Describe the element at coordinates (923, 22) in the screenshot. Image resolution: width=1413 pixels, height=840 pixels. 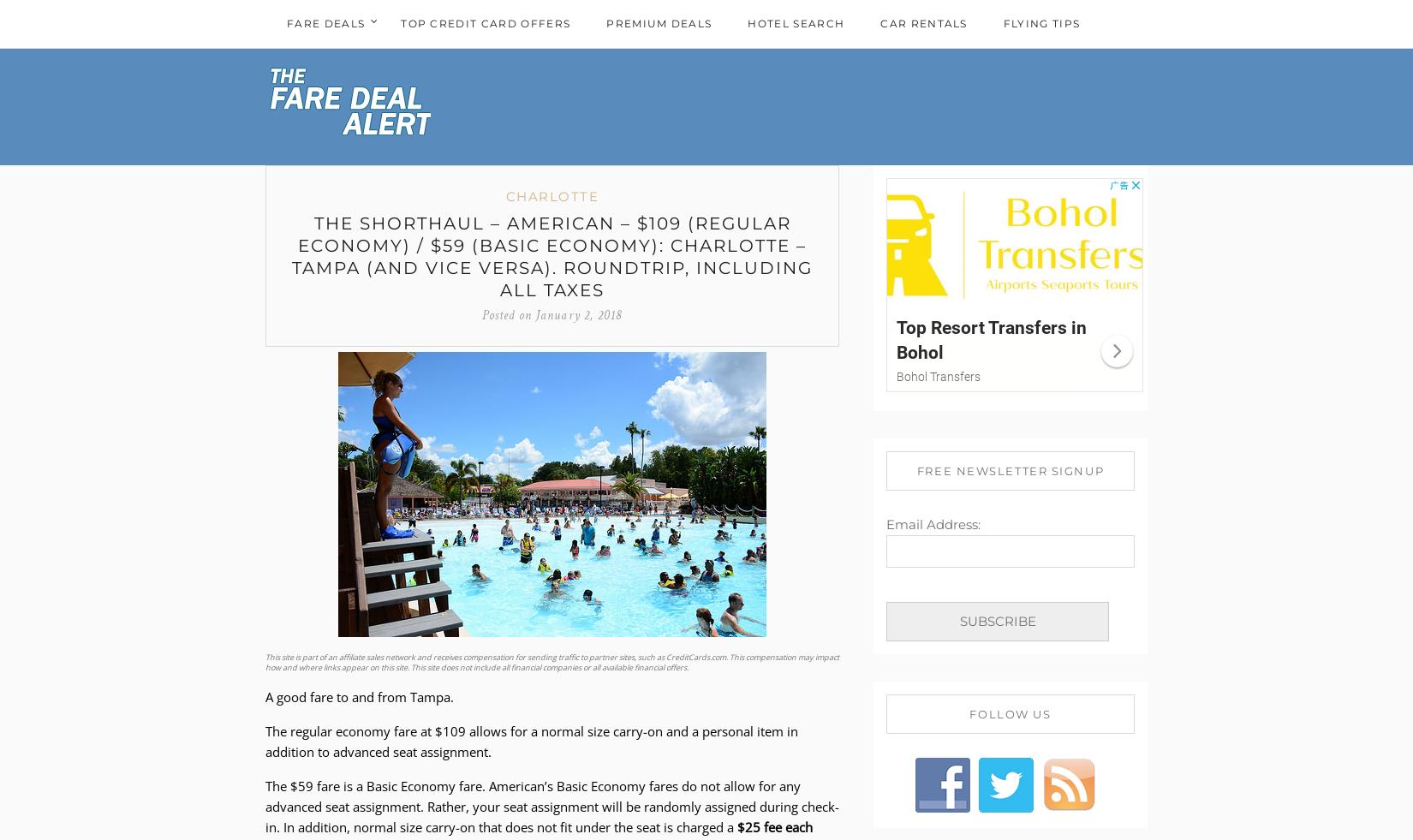
I see `'Car Rentals'` at that location.